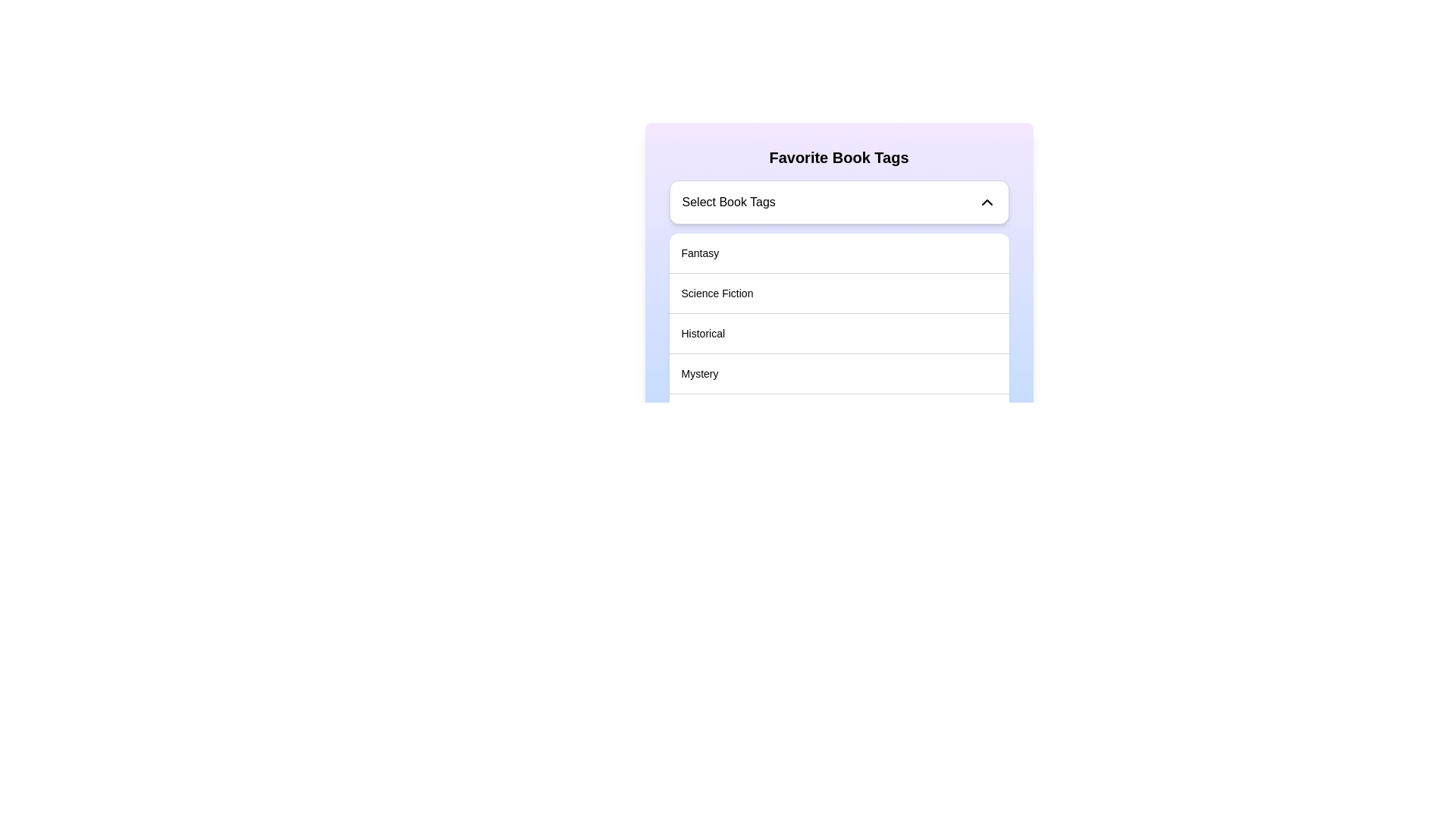 Image resolution: width=1456 pixels, height=819 pixels. What do you see at coordinates (729, 201) in the screenshot?
I see `text content of the text label that says 'Select Book Tags', which is styled in black on a white background and enclosed within a light gray rounded rectangle` at bounding box center [729, 201].